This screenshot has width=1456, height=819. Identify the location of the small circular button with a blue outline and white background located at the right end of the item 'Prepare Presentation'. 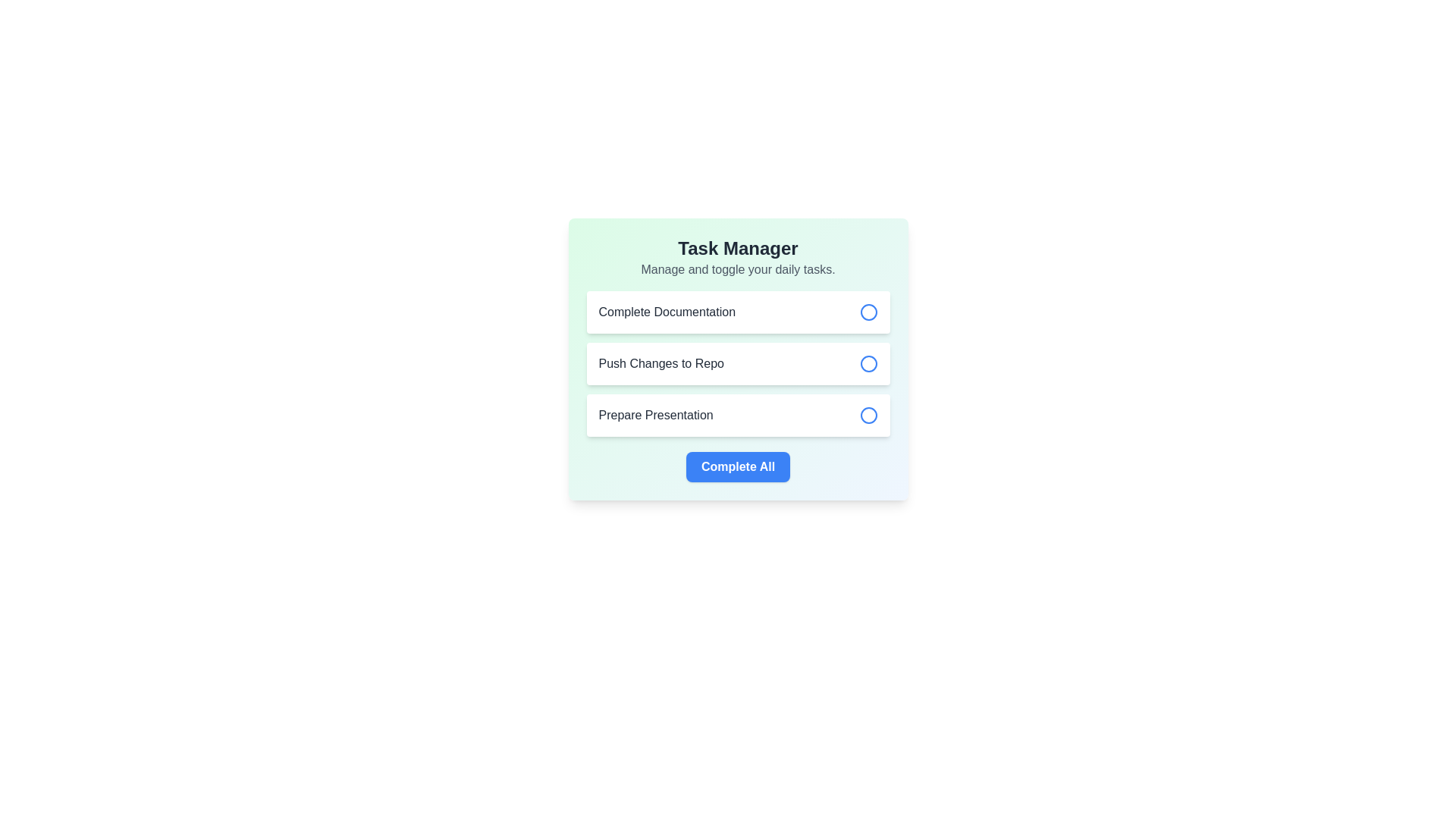
(868, 415).